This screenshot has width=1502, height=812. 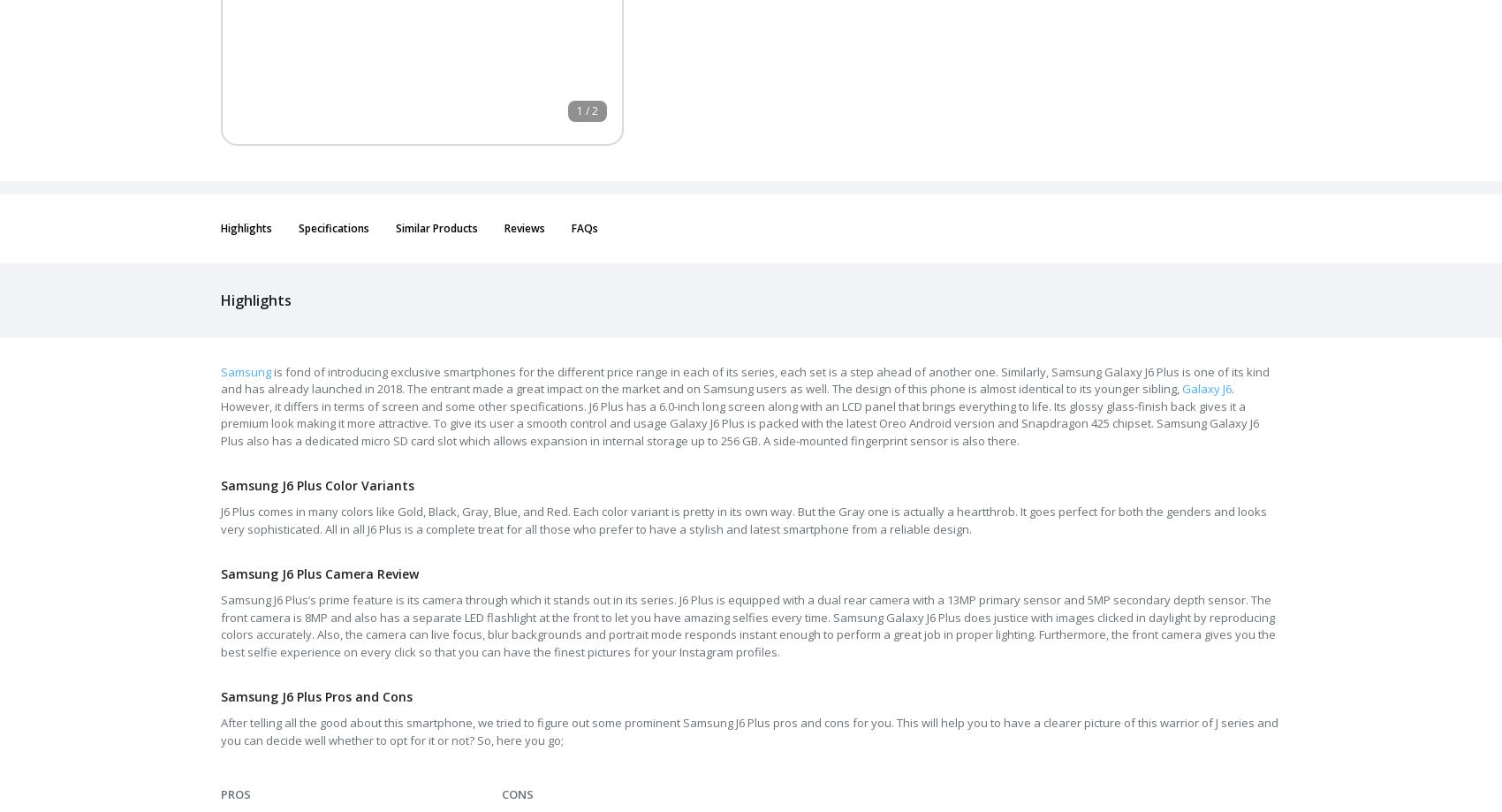 What do you see at coordinates (221, 731) in the screenshot?
I see `'After telling all the good about this smartphone, we tried to figure out some prominent Samsung J6 Plus pros and cons for you. This will help you to have a clearer picture of this warrior of J series and you can decide well whether to opt for it or not? So, here you go;'` at bounding box center [221, 731].